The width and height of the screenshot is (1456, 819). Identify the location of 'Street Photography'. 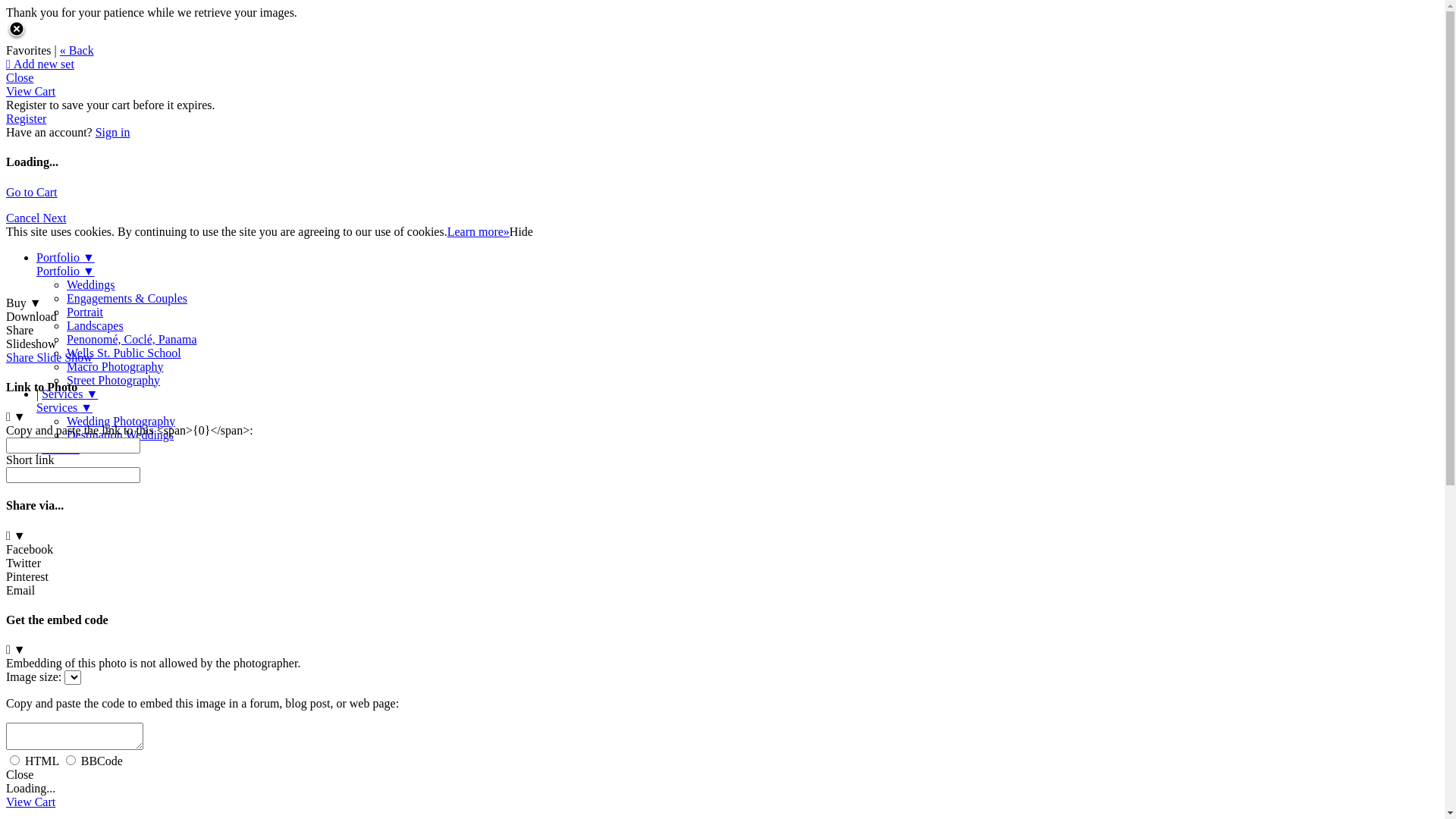
(112, 379).